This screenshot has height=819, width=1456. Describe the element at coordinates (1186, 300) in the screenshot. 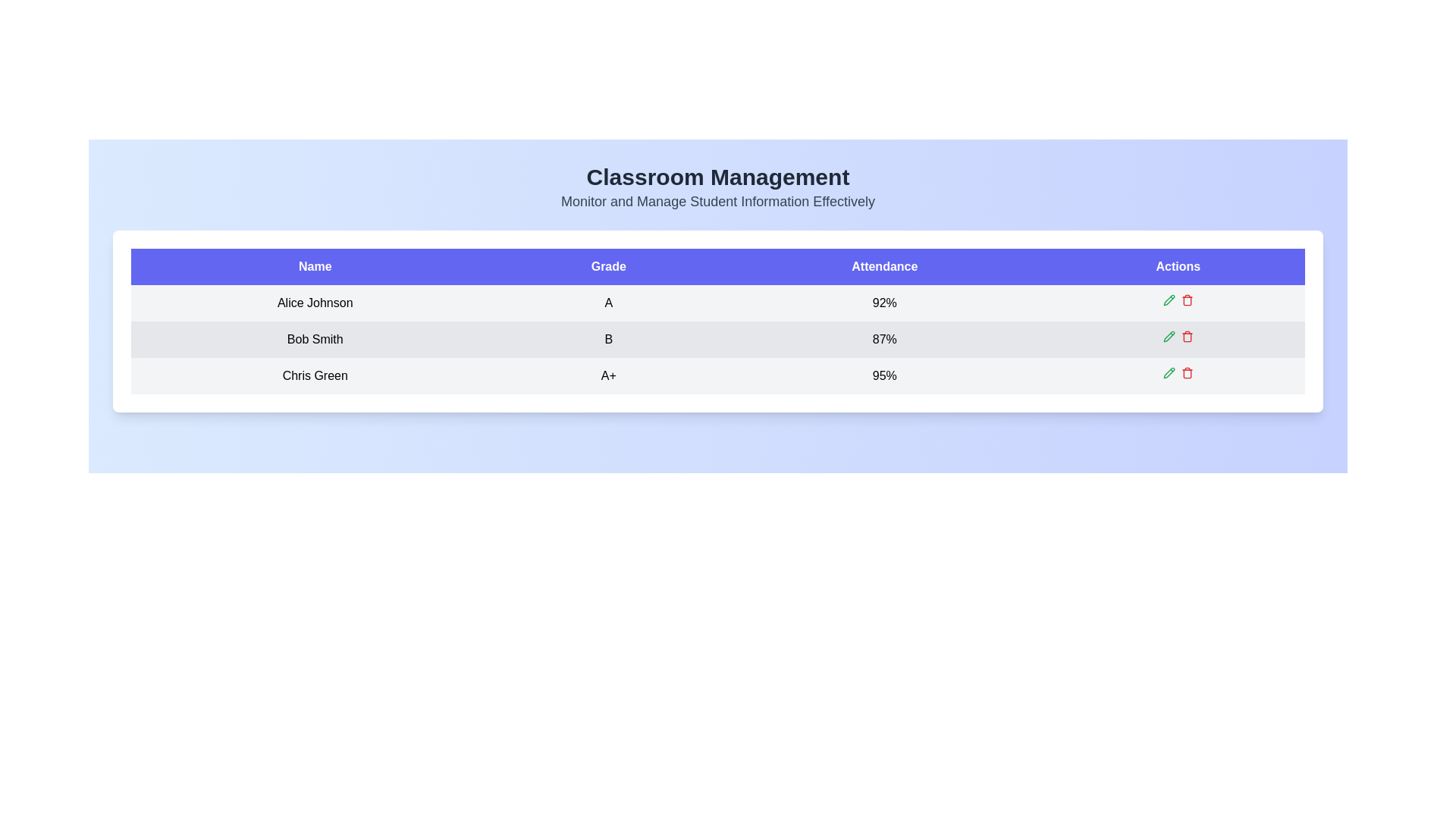

I see `the interactive red trash can icon located in the 'Actions' column of the table` at that location.